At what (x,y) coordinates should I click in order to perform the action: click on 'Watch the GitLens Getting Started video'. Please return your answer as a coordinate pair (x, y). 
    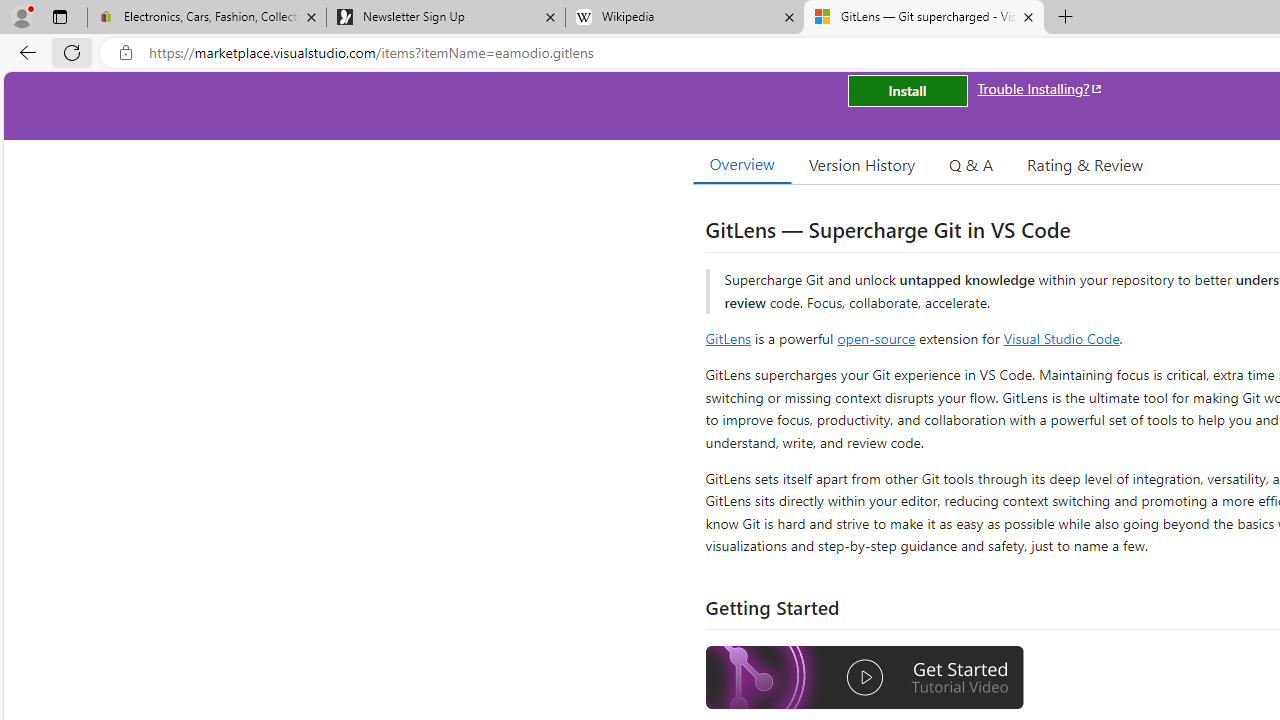
    Looking at the image, I should click on (865, 677).